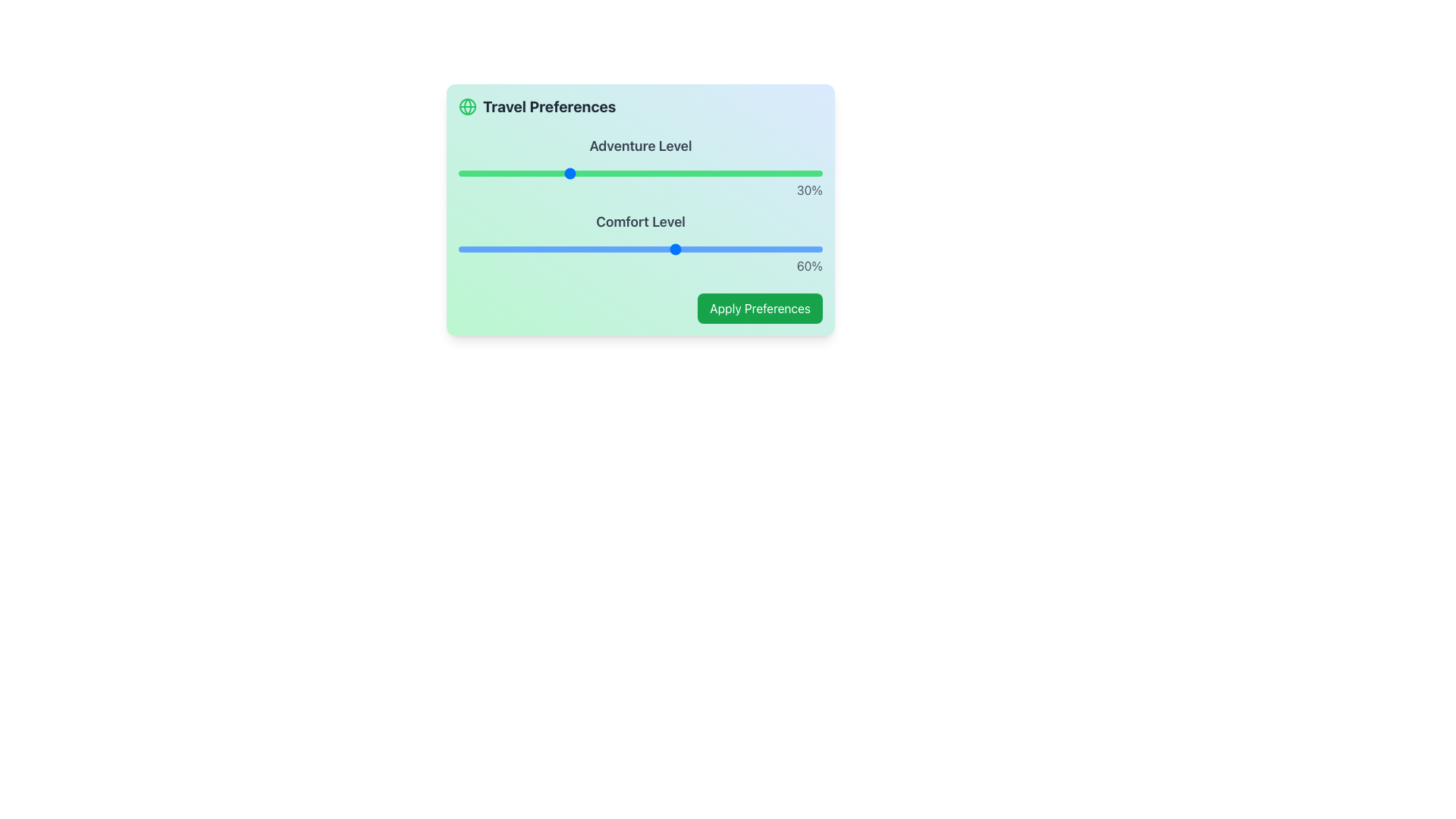 The image size is (1456, 819). I want to click on the curving line within the globe icon located to the left of the 'Travel Preferences' text at the top left section of the interface, so click(467, 106).